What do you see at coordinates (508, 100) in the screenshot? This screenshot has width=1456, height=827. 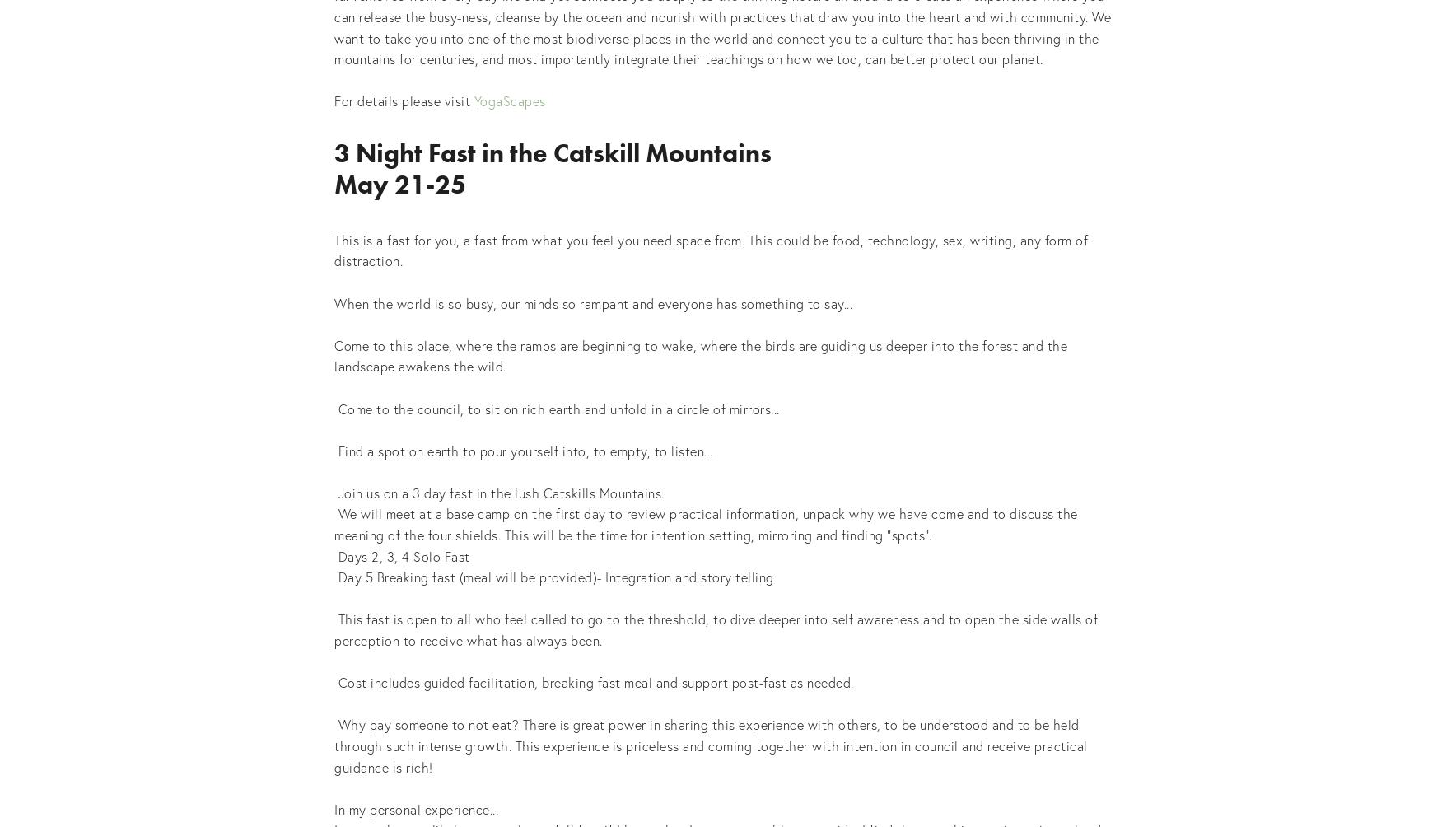 I see `'YogaScapes'` at bounding box center [508, 100].